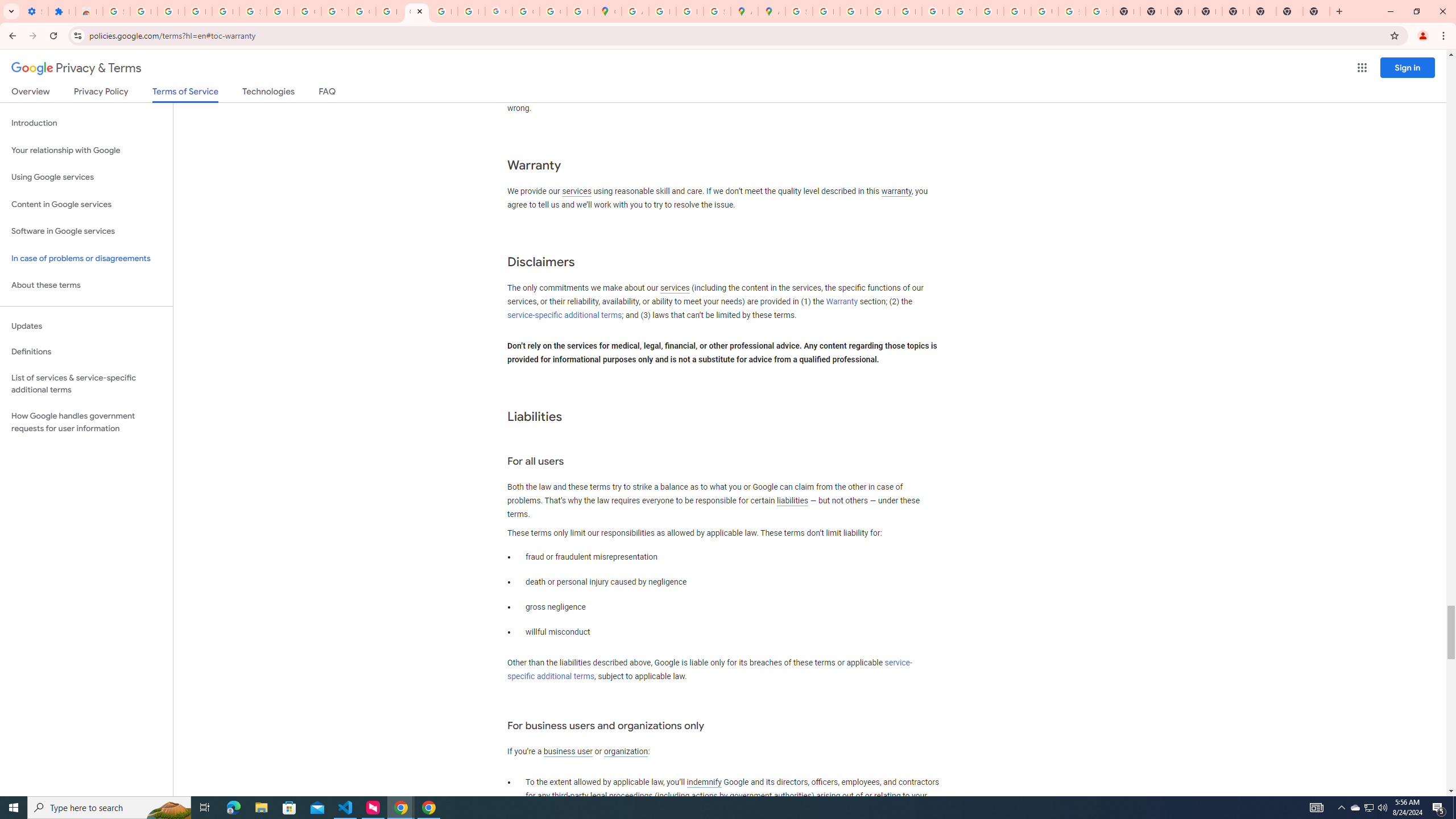  Describe the element at coordinates (716, 11) in the screenshot. I see `'Safety in Our Products - Google Safety Center'` at that location.